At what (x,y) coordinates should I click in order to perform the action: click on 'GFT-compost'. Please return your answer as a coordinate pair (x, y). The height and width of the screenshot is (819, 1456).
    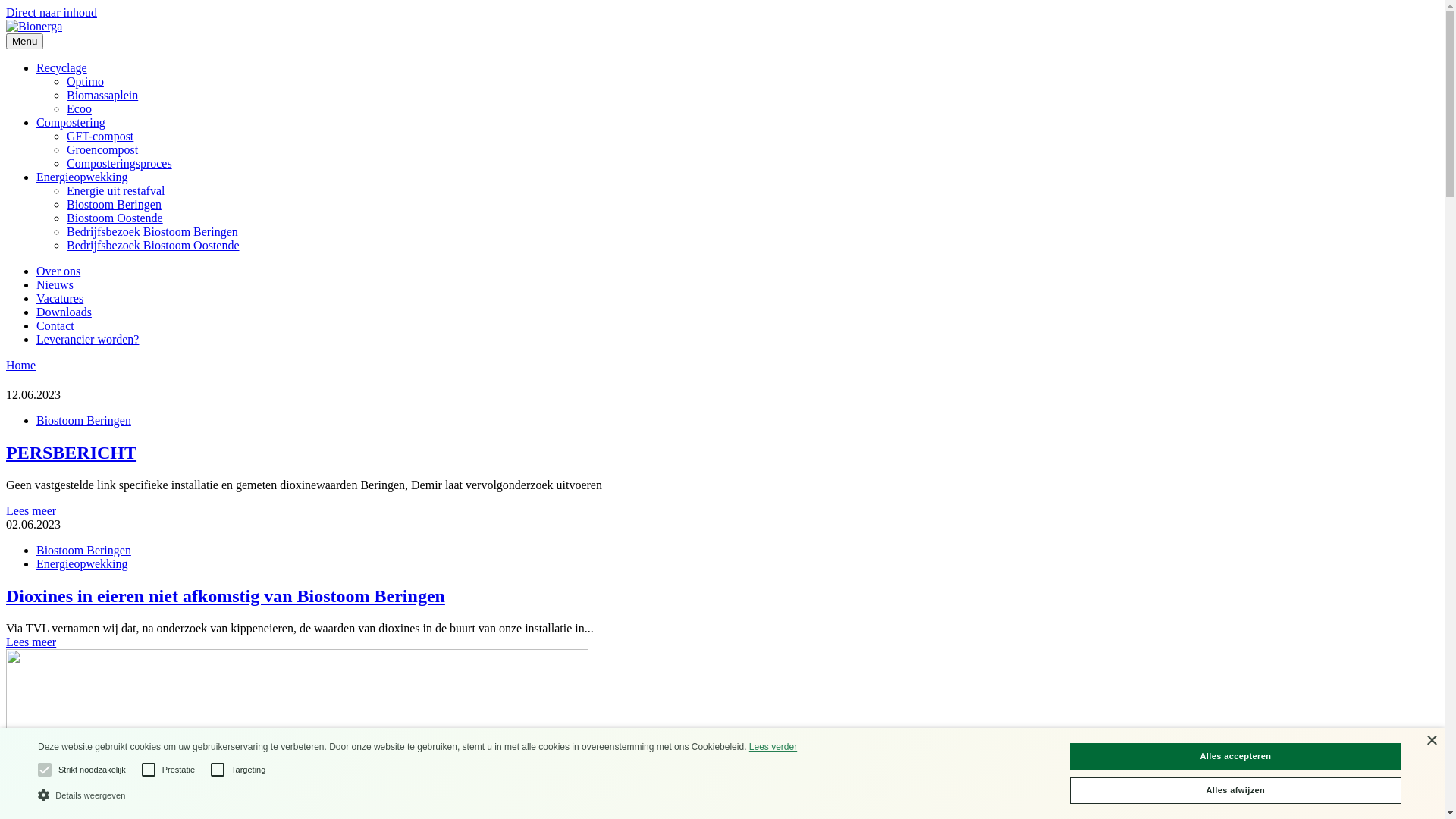
    Looking at the image, I should click on (99, 135).